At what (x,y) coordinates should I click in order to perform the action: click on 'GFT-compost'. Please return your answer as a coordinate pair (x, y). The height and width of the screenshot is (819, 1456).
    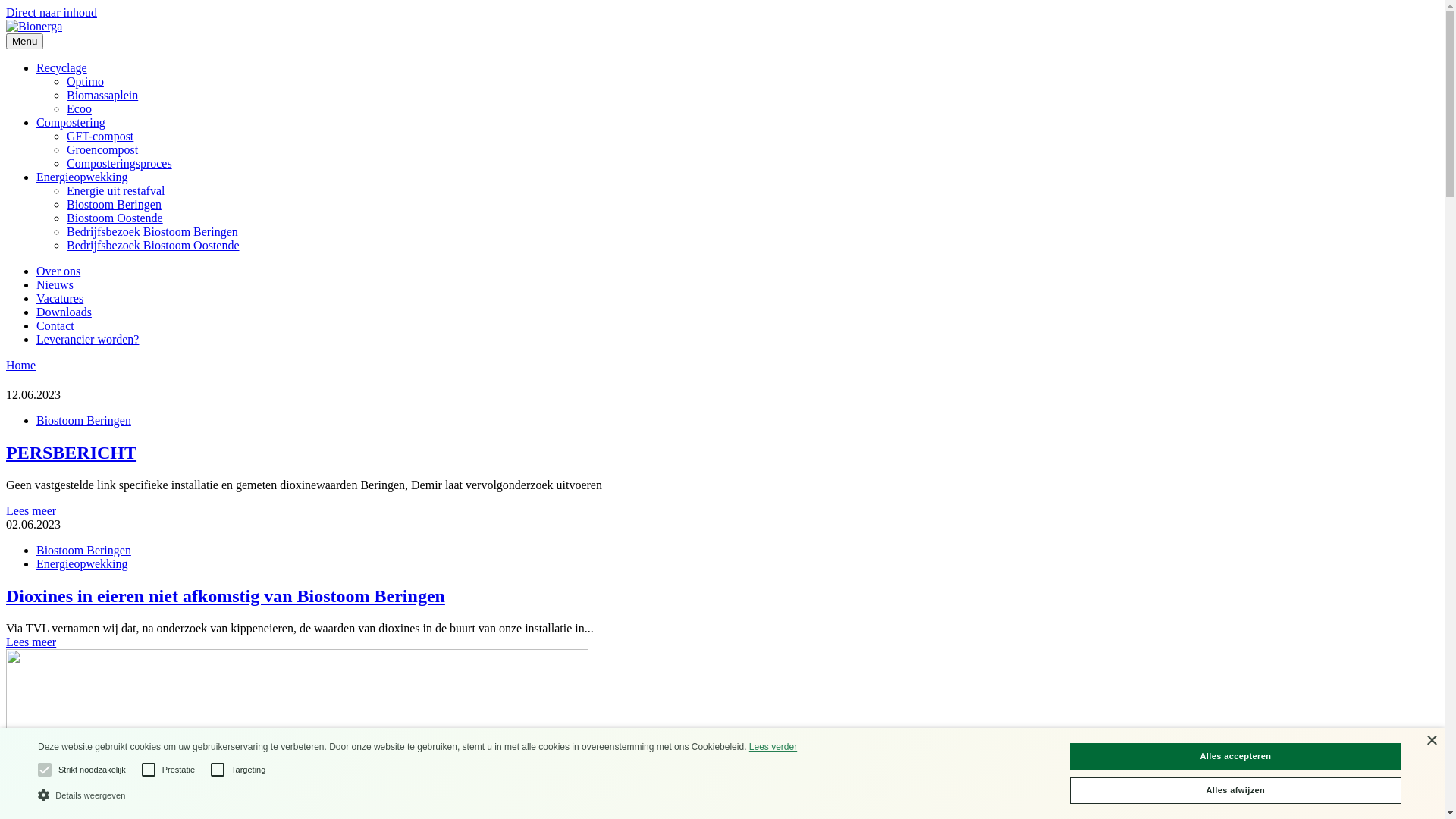
    Looking at the image, I should click on (99, 135).